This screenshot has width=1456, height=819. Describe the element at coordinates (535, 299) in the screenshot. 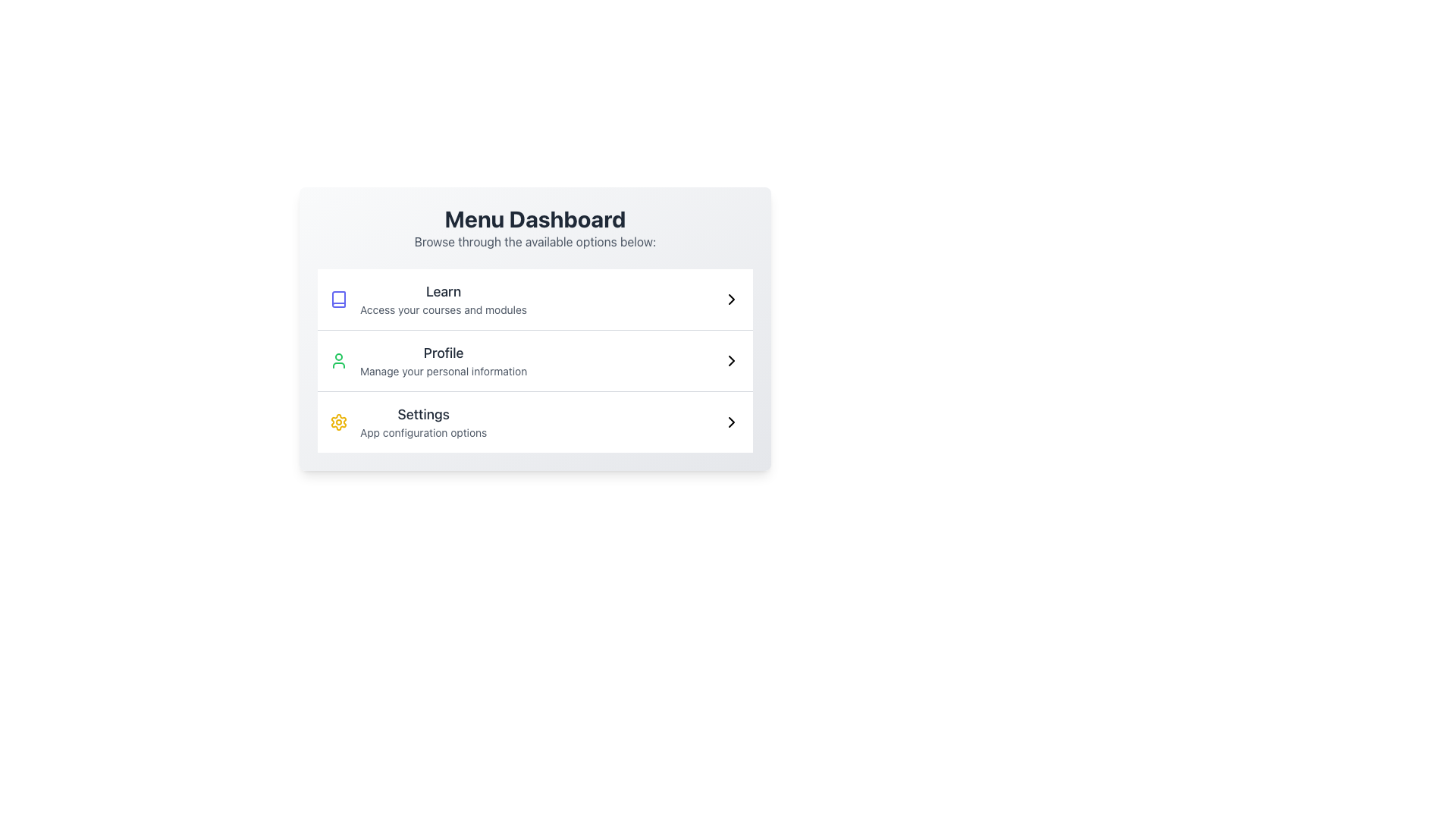

I see `the first list item that redirects users` at that location.